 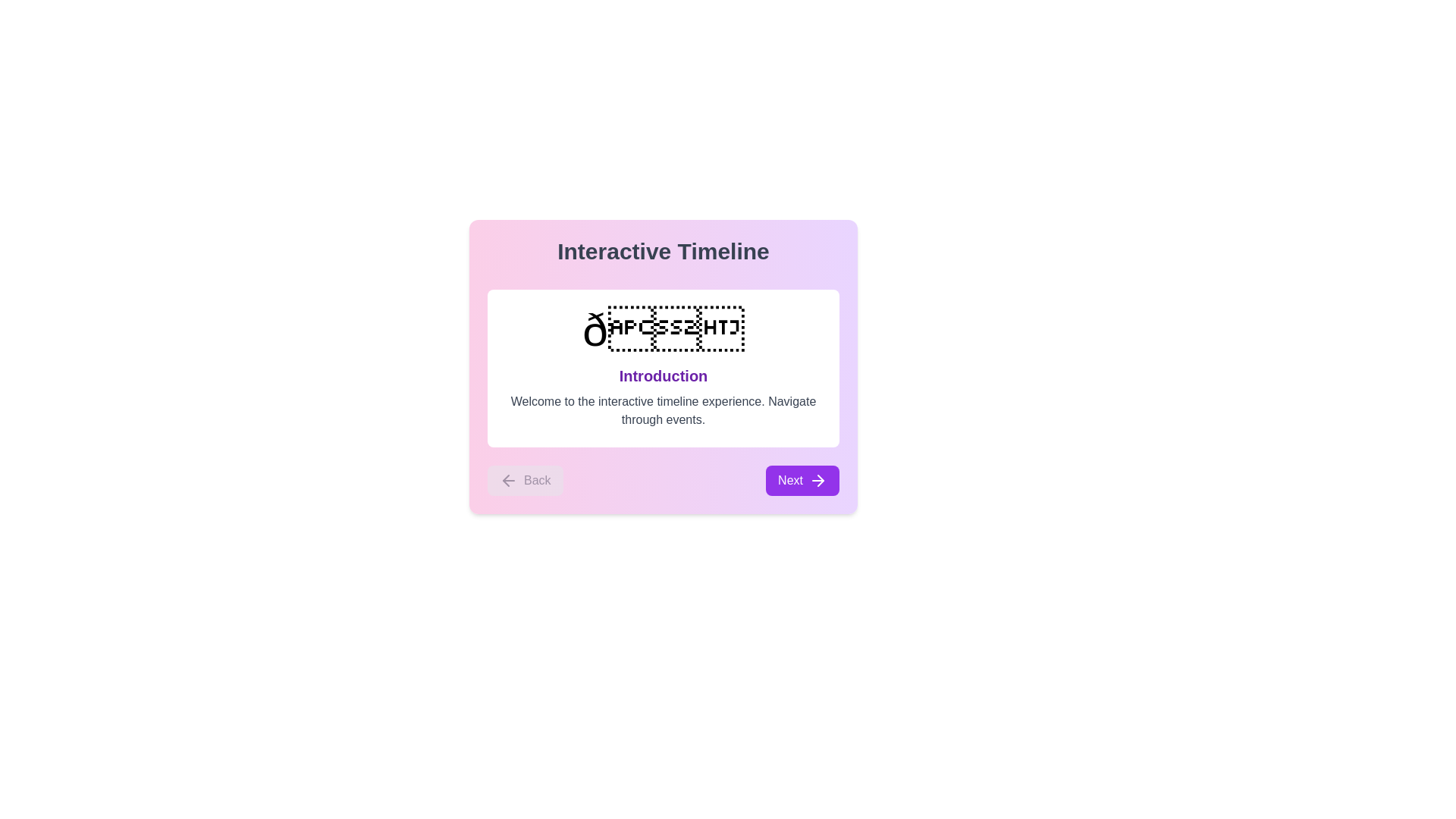 I want to click on the navigation button located, so click(x=802, y=480).